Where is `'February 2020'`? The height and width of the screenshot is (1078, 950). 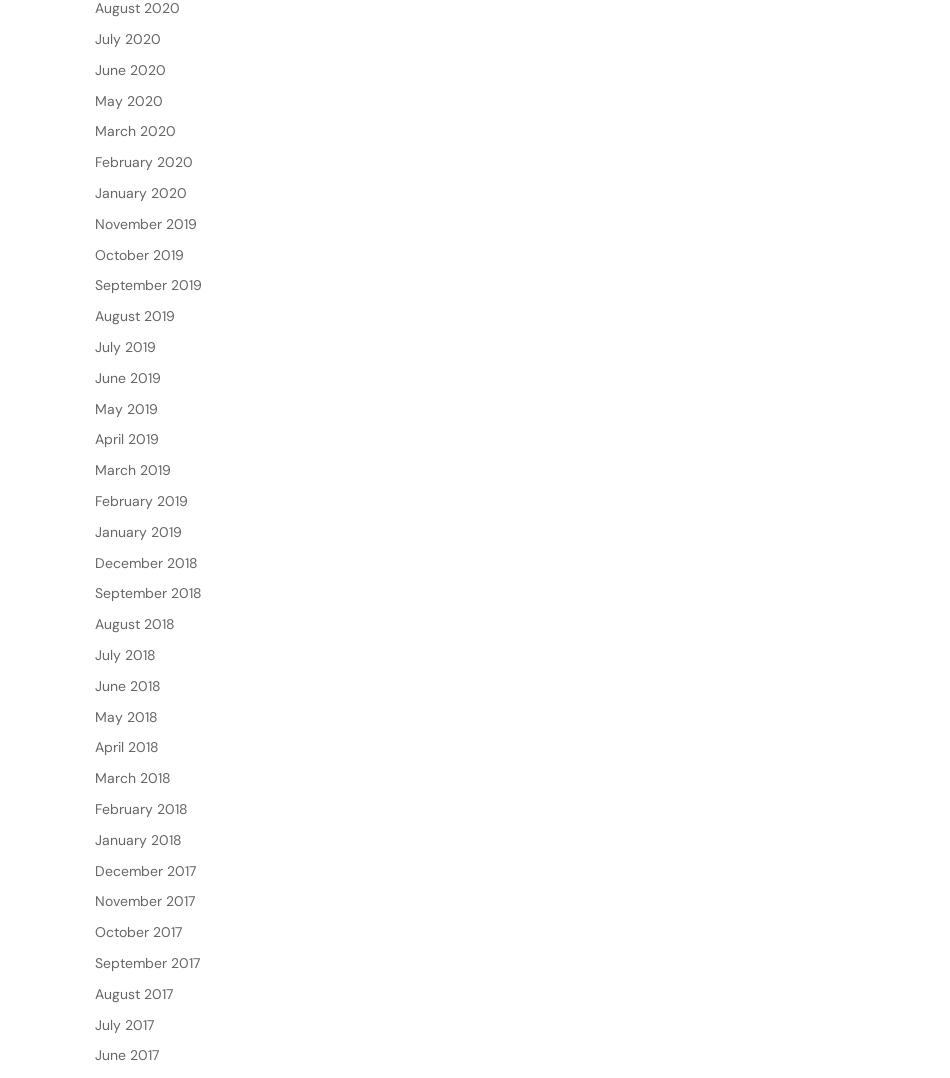 'February 2020' is located at coordinates (95, 225).